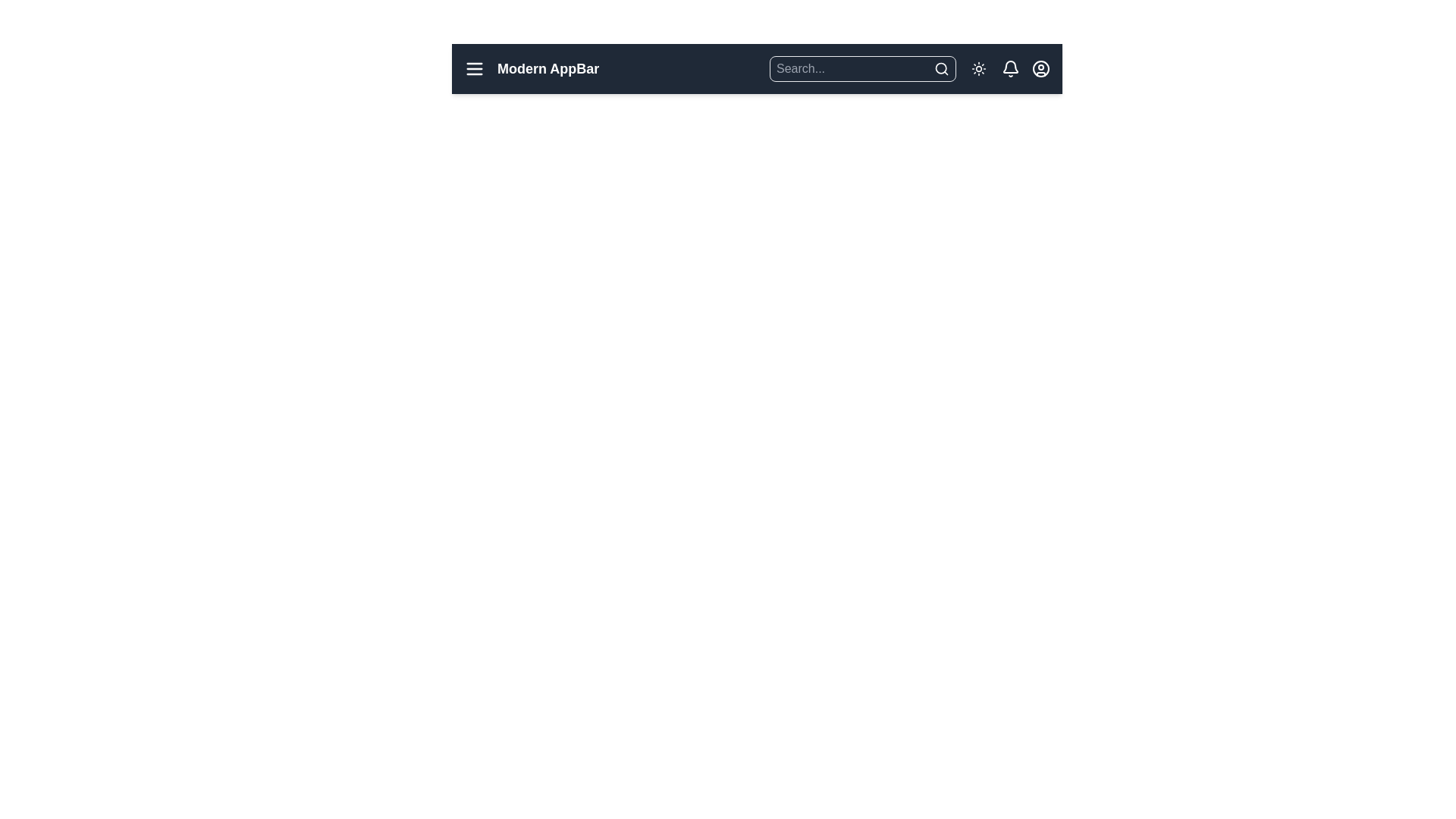 This screenshot has width=1456, height=819. Describe the element at coordinates (1040, 69) in the screenshot. I see `the user icon to access the user profile` at that location.